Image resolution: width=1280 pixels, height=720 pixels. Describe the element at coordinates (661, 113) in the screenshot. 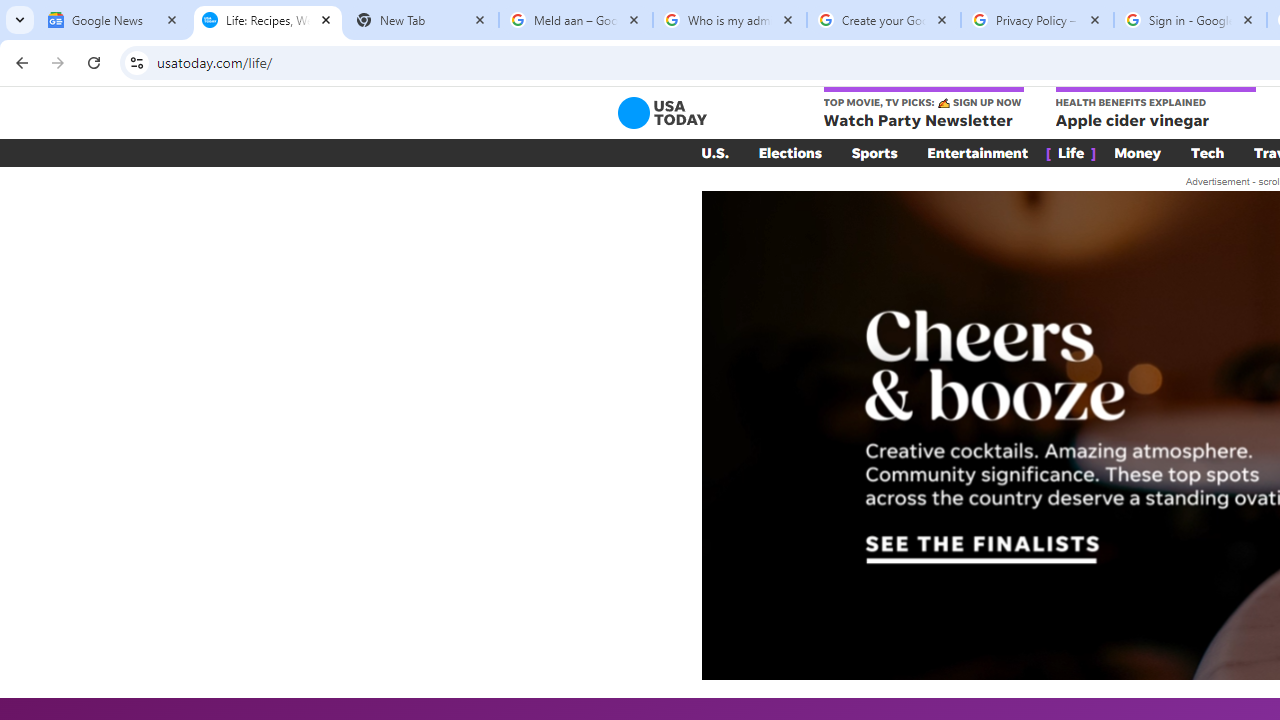

I see `'USA TODAY'` at that location.